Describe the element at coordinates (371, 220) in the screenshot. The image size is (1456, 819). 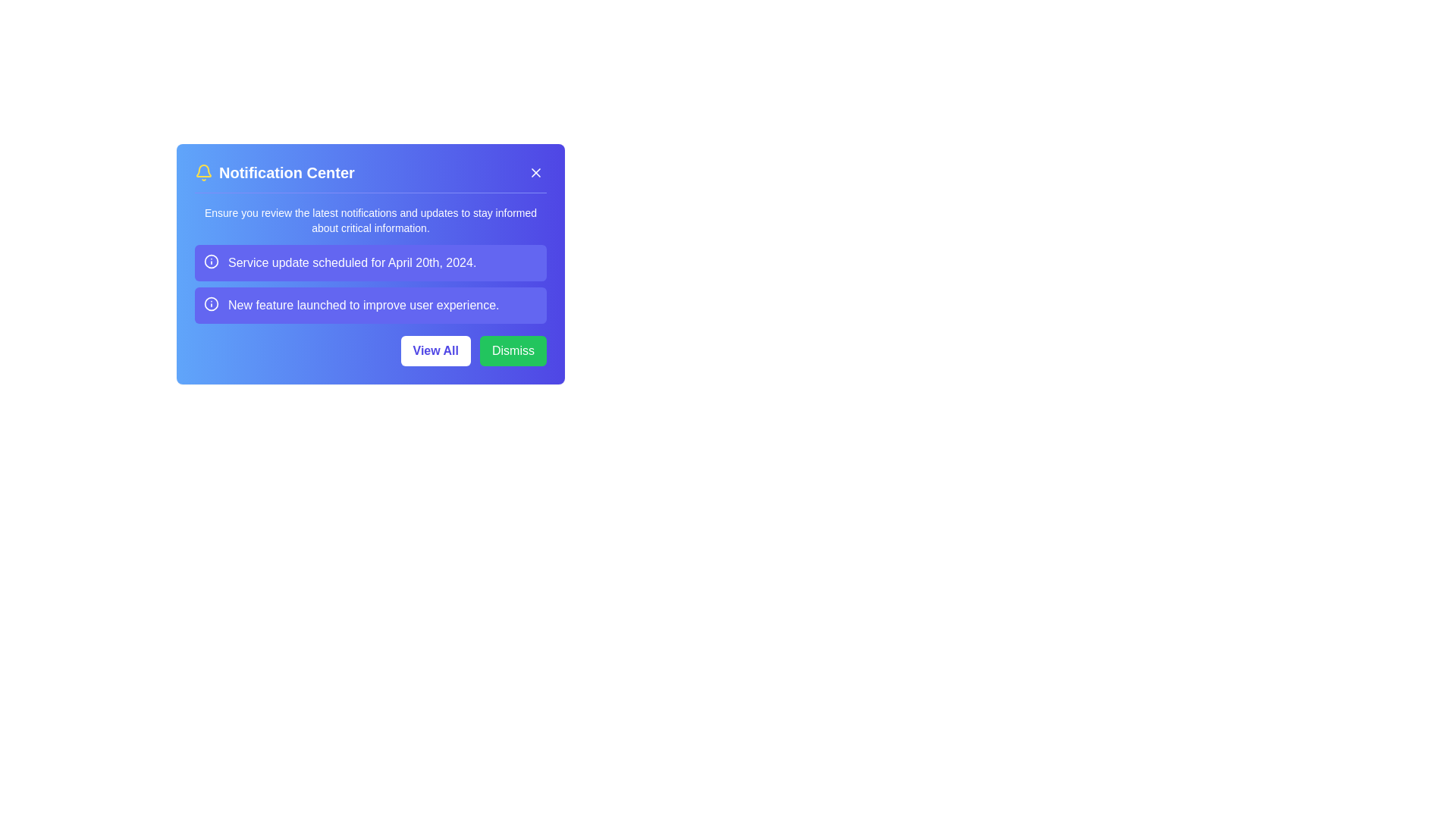
I see `static text displaying the message: 'Ensure you review the latest notifications and updates to stay informed about critical information.' located at the top of the 'Notification Center' modal` at that location.